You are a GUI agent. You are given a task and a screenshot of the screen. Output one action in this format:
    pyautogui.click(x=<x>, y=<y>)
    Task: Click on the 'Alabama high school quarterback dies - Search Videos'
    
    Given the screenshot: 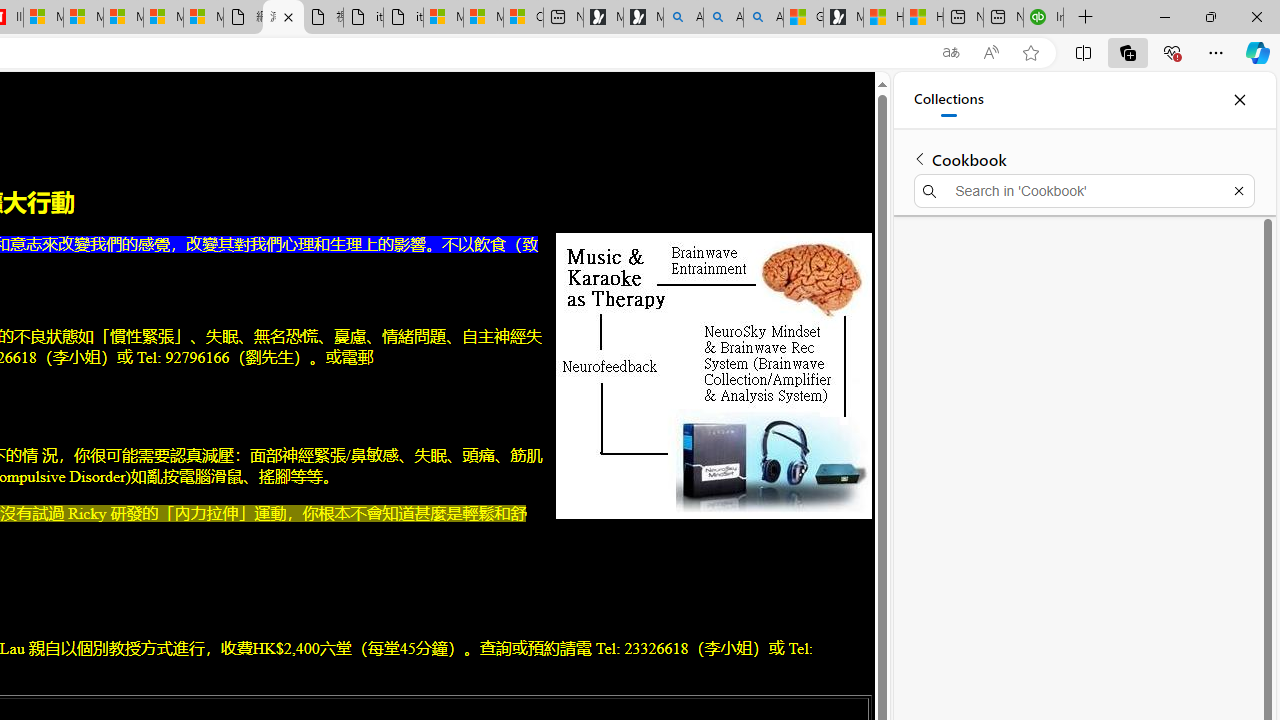 What is the action you would take?
    pyautogui.click(x=762, y=17)
    